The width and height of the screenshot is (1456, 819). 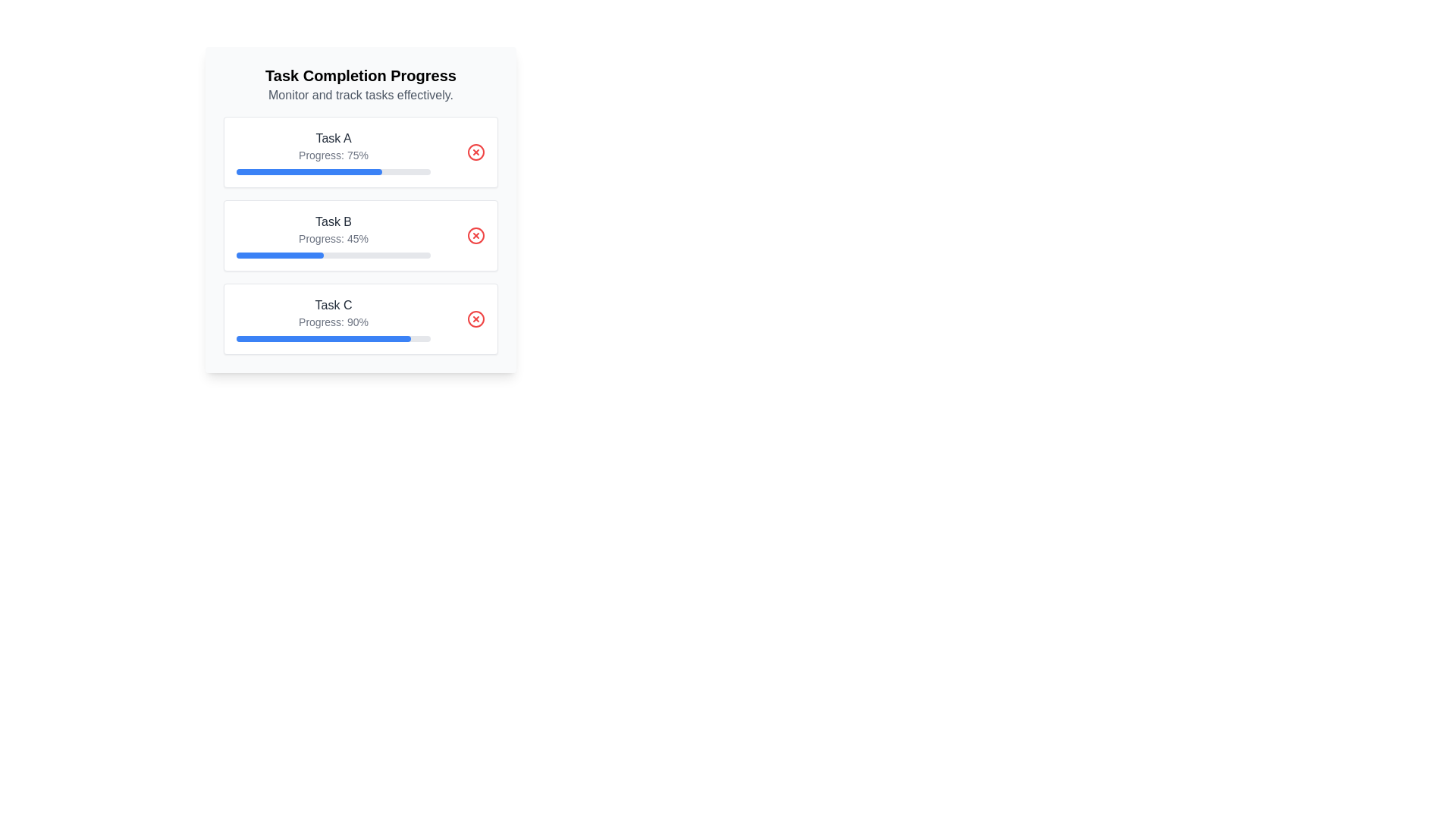 I want to click on the delete or close button for the 'Task C' entry, which is the rightmost component within the third entry of a vertically aligned list, so click(x=475, y=318).